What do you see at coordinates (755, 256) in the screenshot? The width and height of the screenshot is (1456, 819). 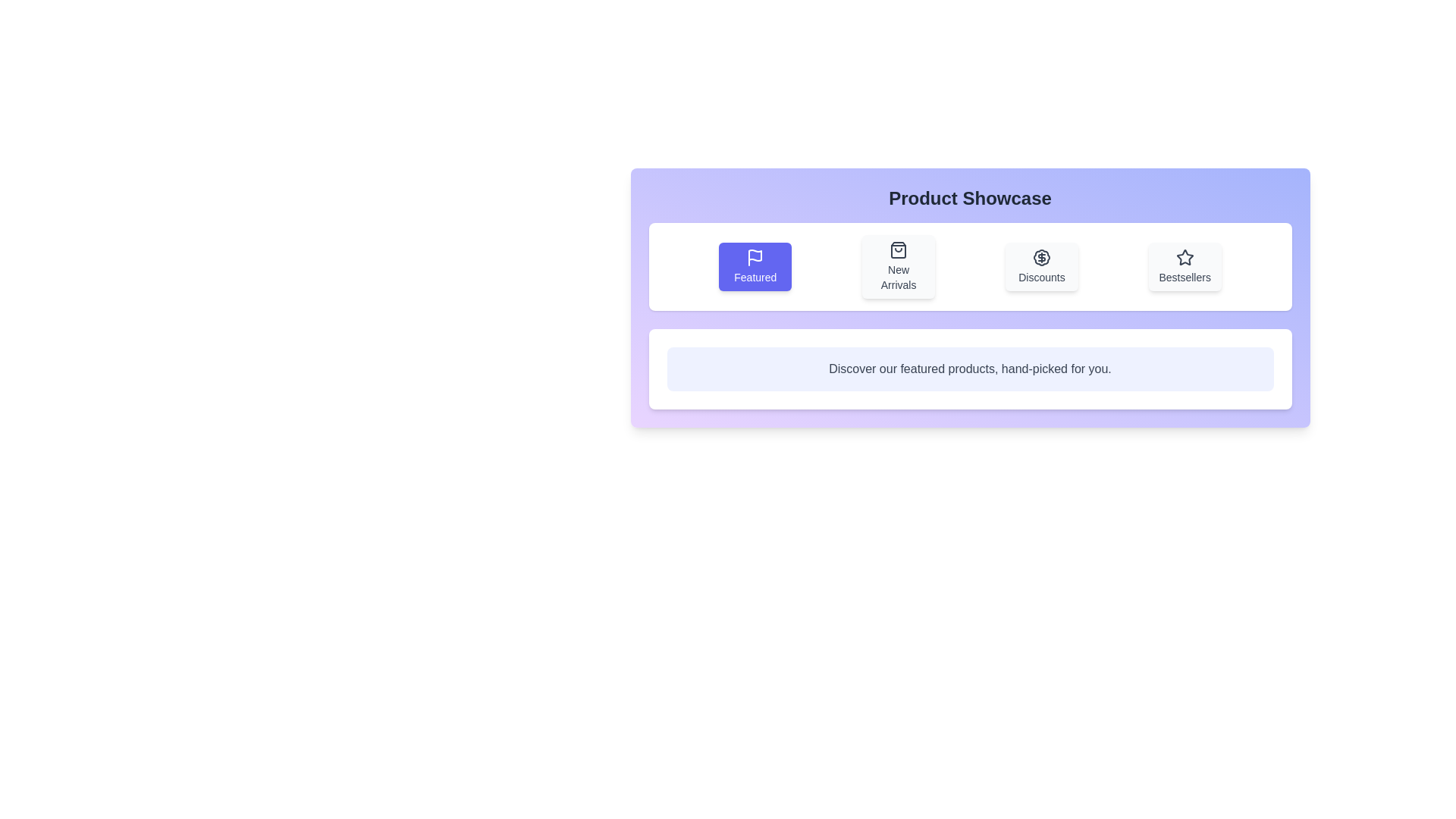 I see `the small flag icon located at the top center of the 'Featured' button, which is part of the 'Product Showcase' section` at bounding box center [755, 256].